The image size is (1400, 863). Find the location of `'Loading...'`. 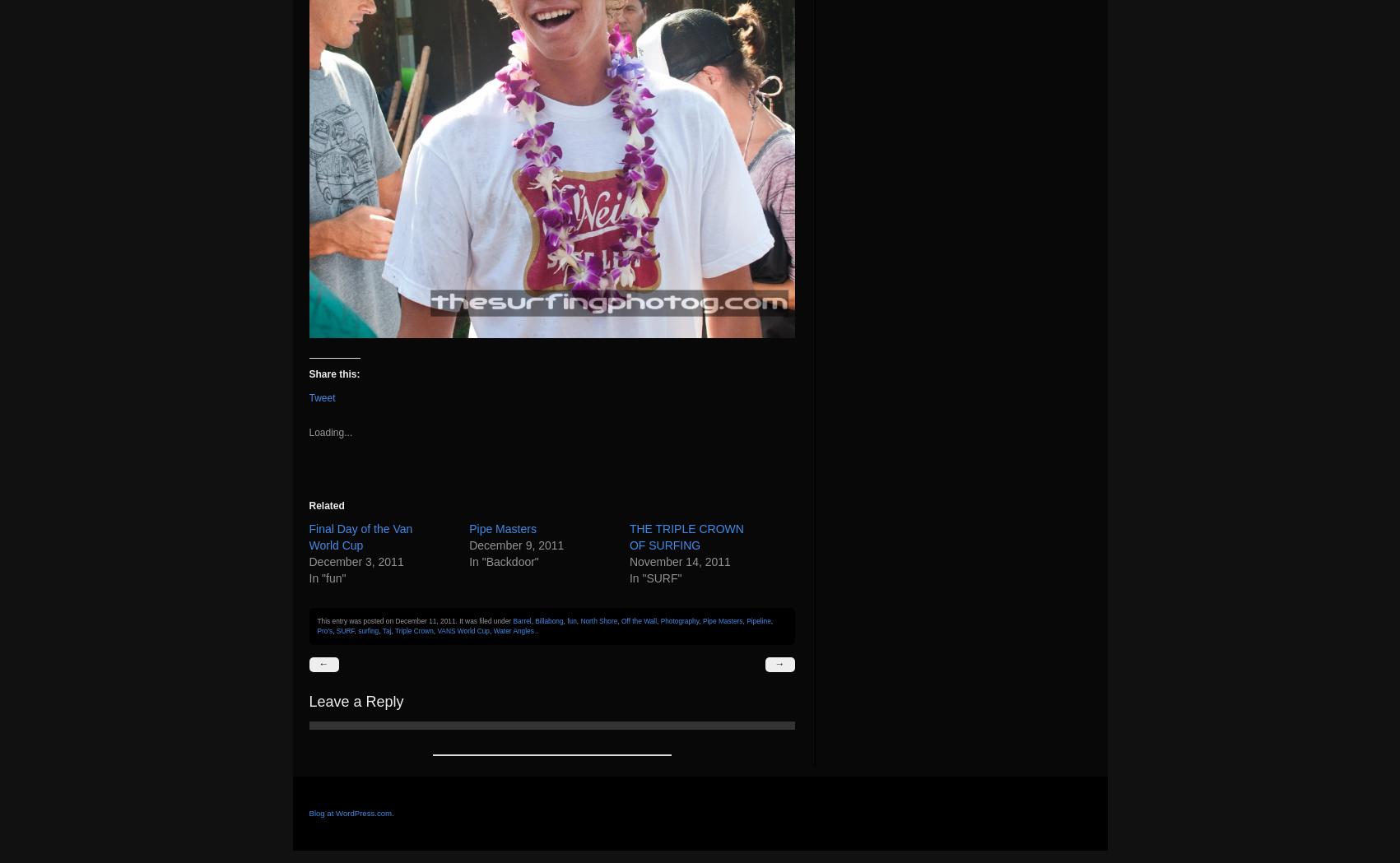

'Loading...' is located at coordinates (329, 431).